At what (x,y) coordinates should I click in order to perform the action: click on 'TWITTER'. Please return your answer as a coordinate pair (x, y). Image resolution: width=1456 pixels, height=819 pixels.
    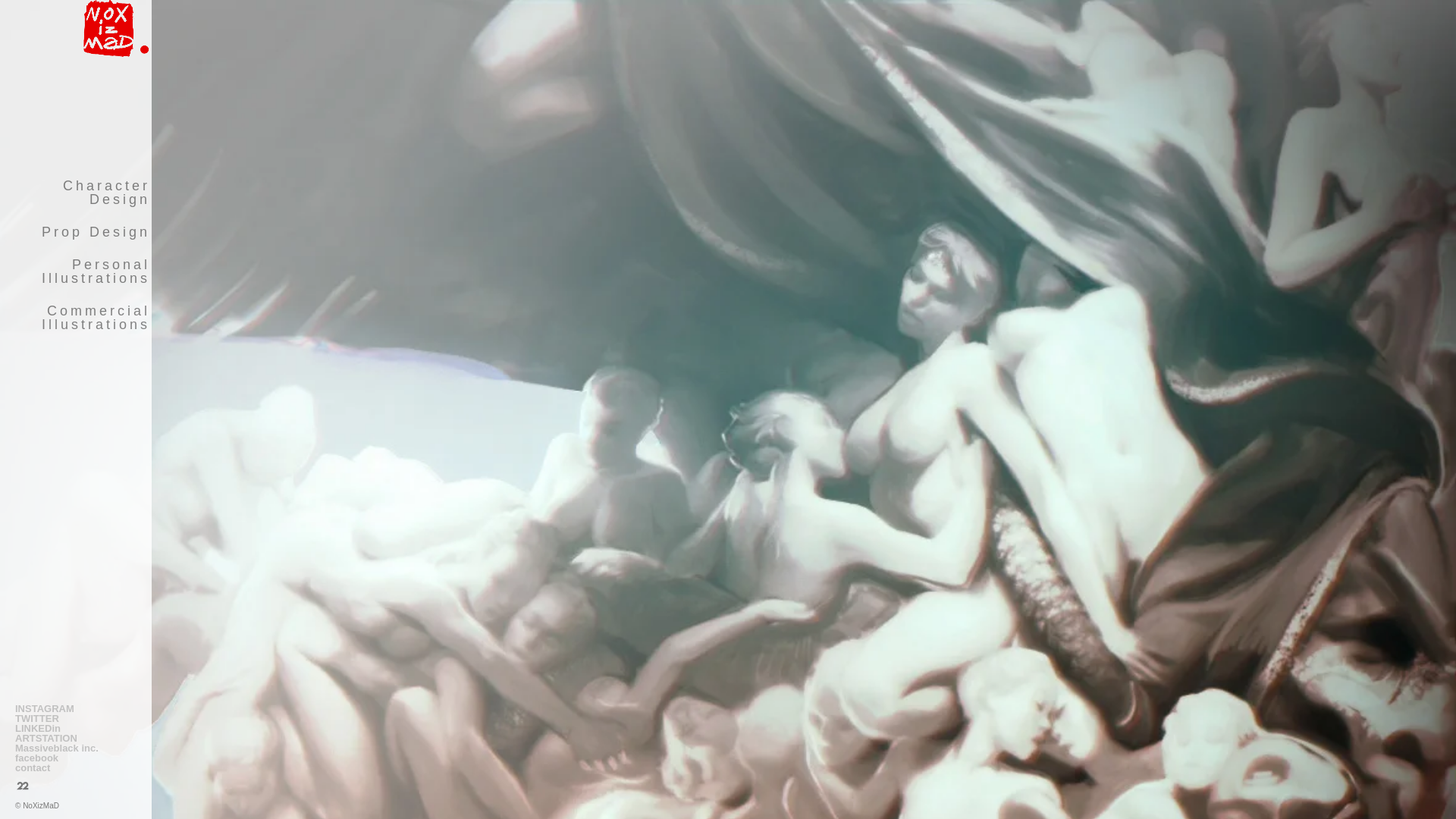
    Looking at the image, I should click on (75, 717).